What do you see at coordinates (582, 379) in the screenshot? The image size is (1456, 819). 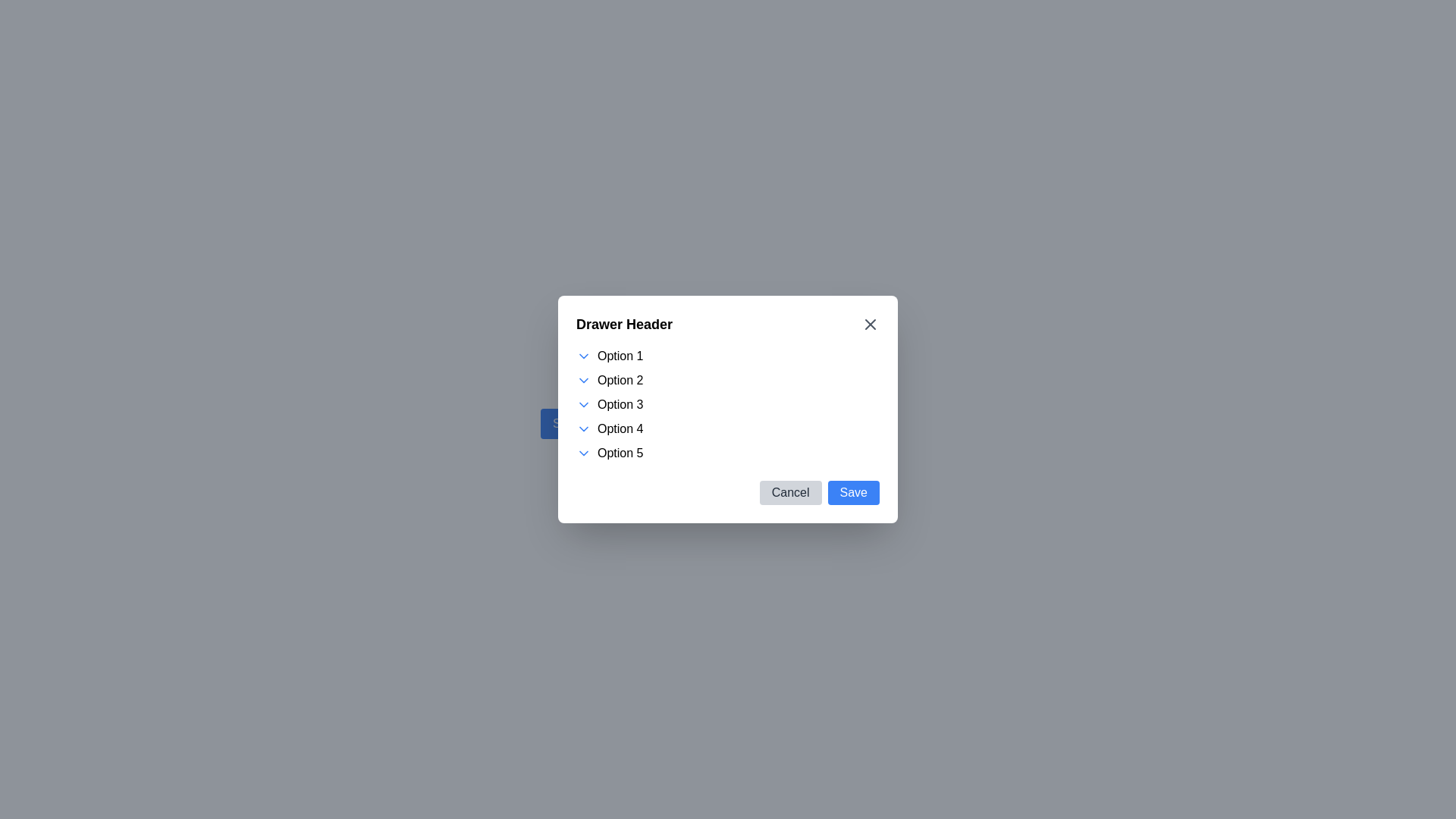 I see `the downward-facing chevron icon located to the left of 'Option 2'` at bounding box center [582, 379].